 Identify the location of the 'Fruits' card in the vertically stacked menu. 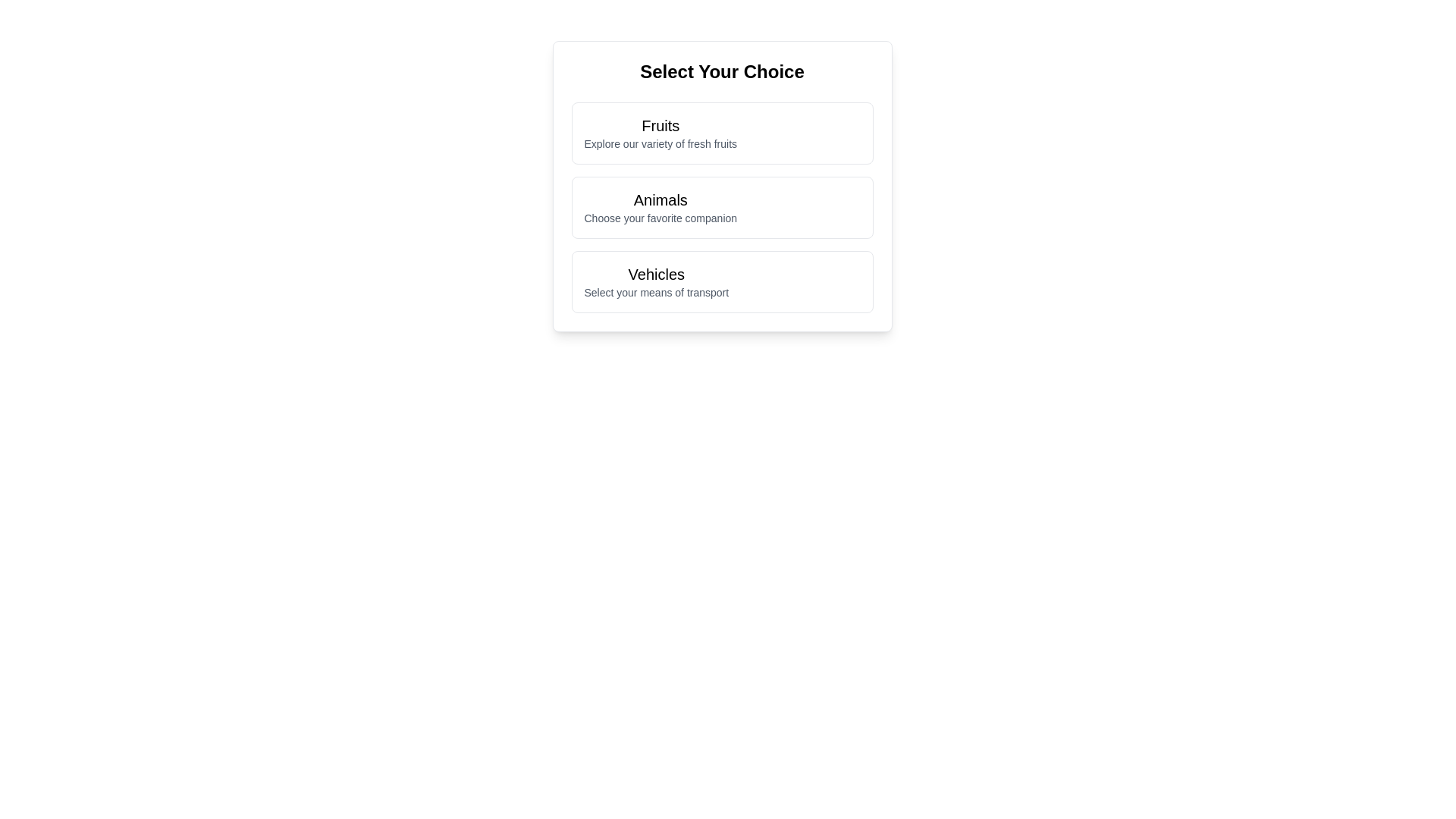
(721, 133).